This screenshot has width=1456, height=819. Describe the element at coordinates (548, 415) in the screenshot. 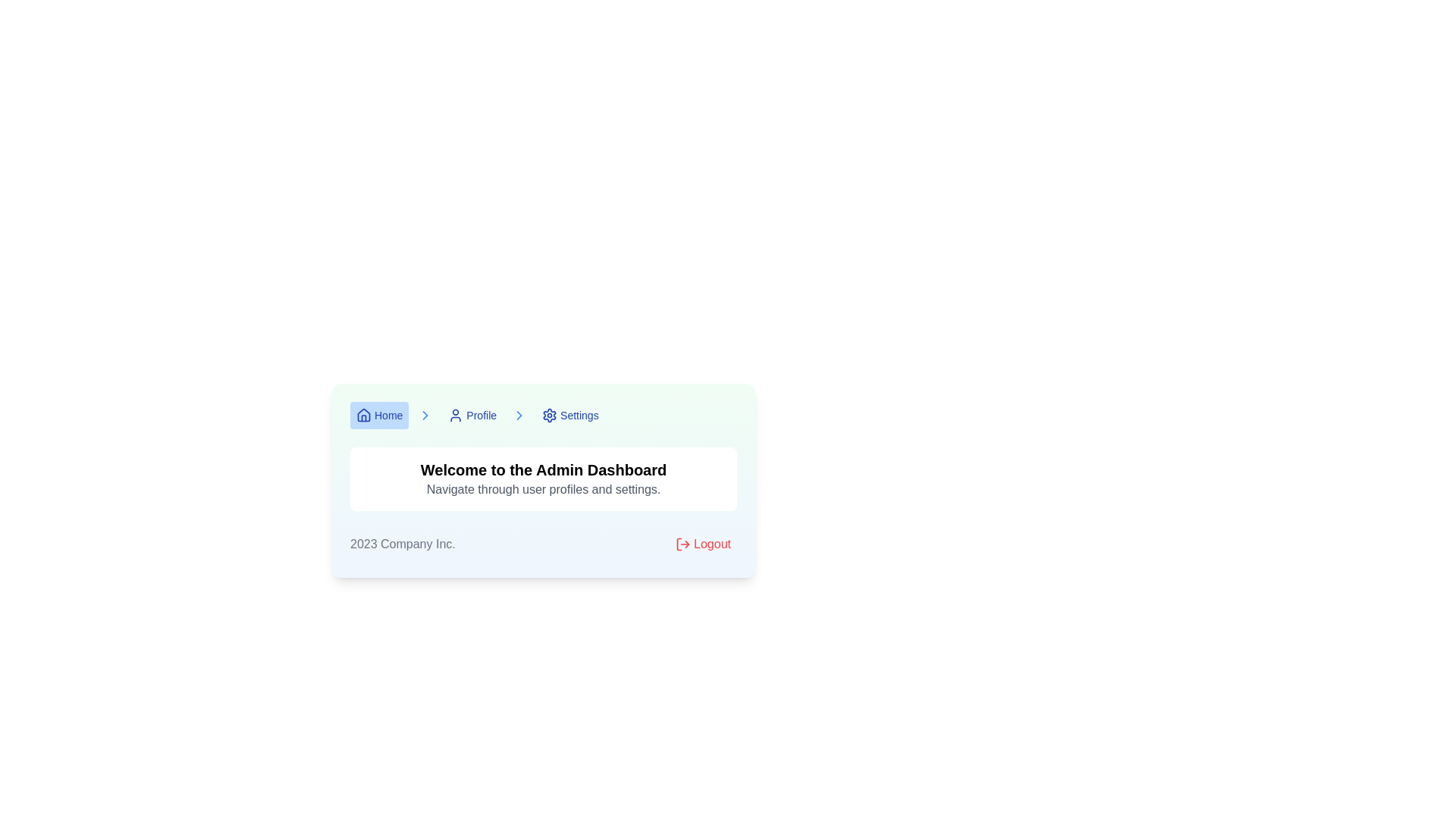

I see `the small gear icon representing settings, located within the 'Settings' button` at that location.